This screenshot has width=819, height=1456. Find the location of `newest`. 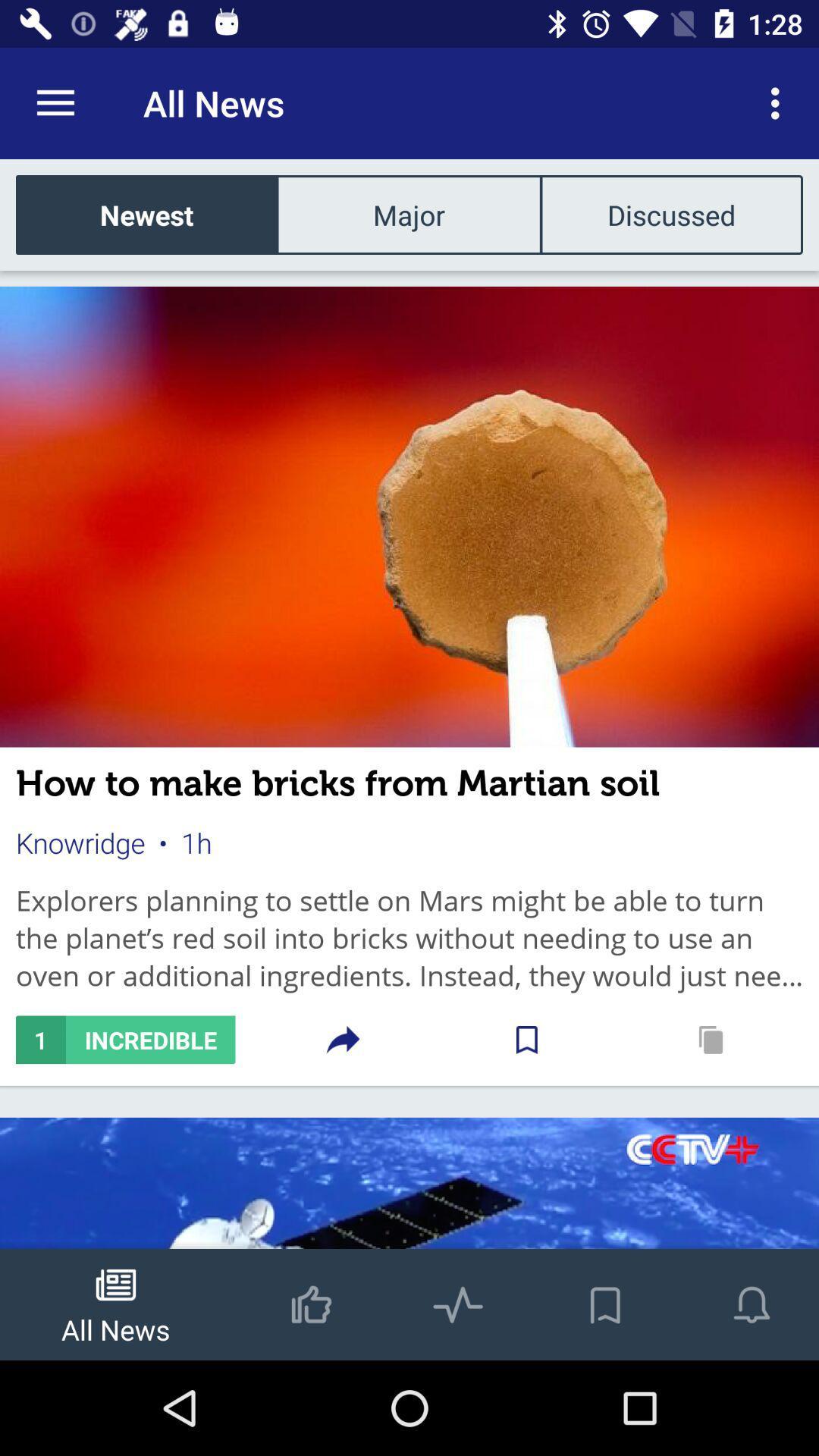

newest is located at coordinates (146, 214).